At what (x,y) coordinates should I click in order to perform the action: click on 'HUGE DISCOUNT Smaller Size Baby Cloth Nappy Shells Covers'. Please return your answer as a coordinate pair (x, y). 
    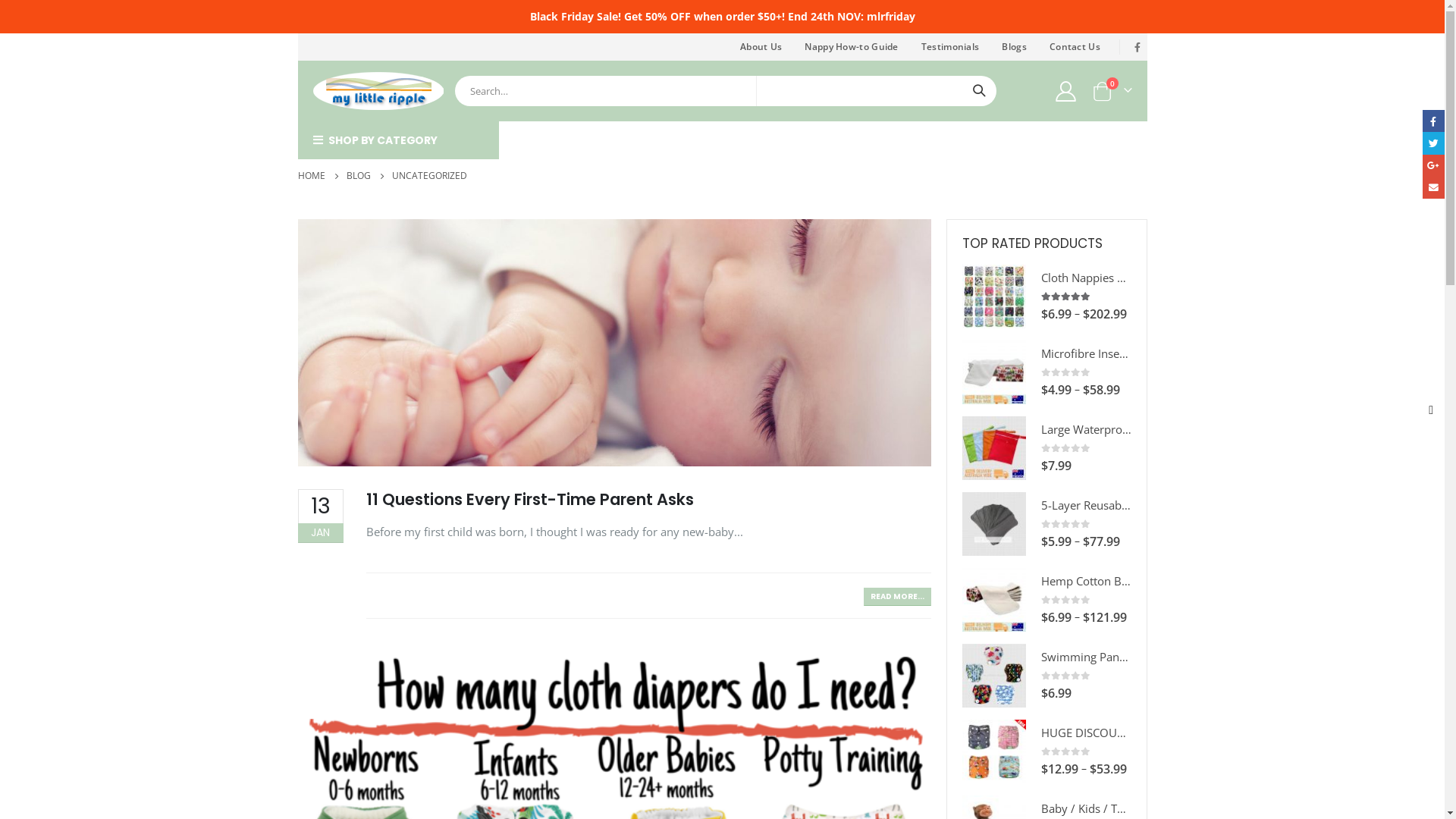
    Looking at the image, I should click on (993, 752).